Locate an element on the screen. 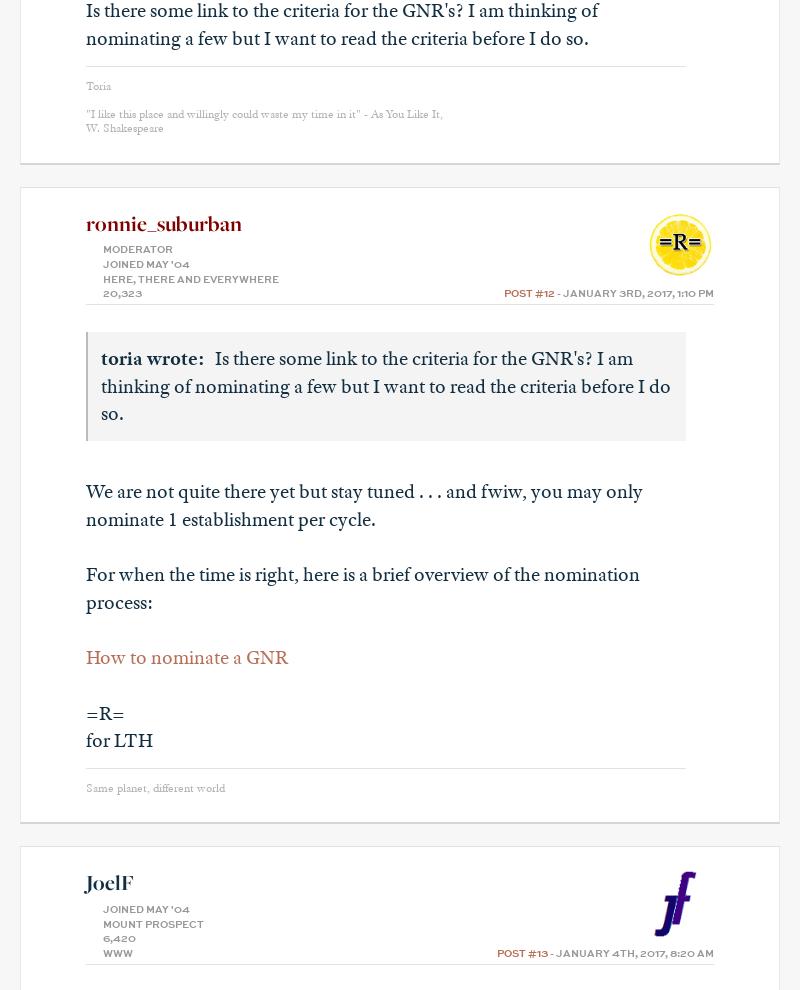  'Post #12' is located at coordinates (528, 294).